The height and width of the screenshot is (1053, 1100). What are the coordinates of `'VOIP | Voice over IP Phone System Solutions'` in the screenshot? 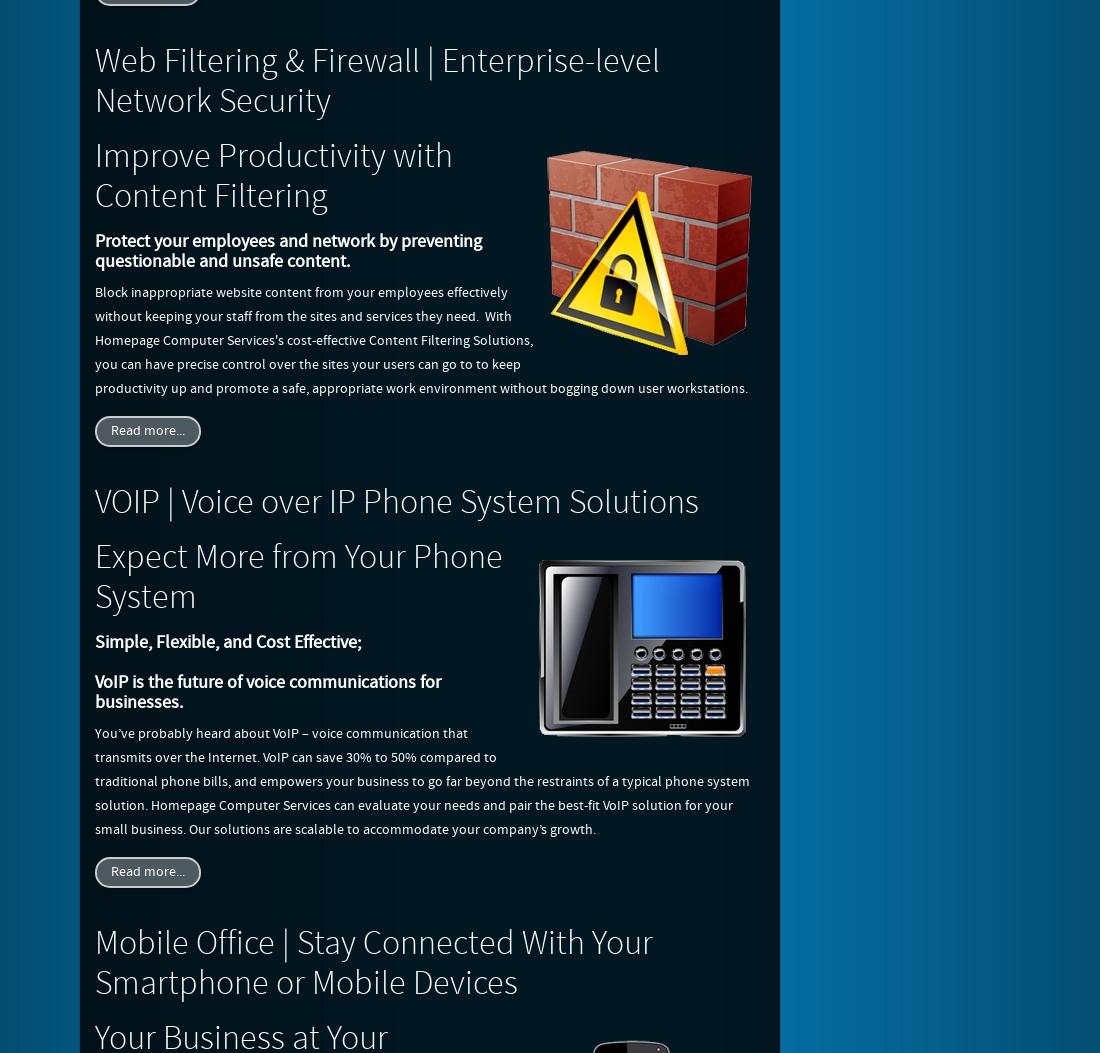 It's located at (396, 503).